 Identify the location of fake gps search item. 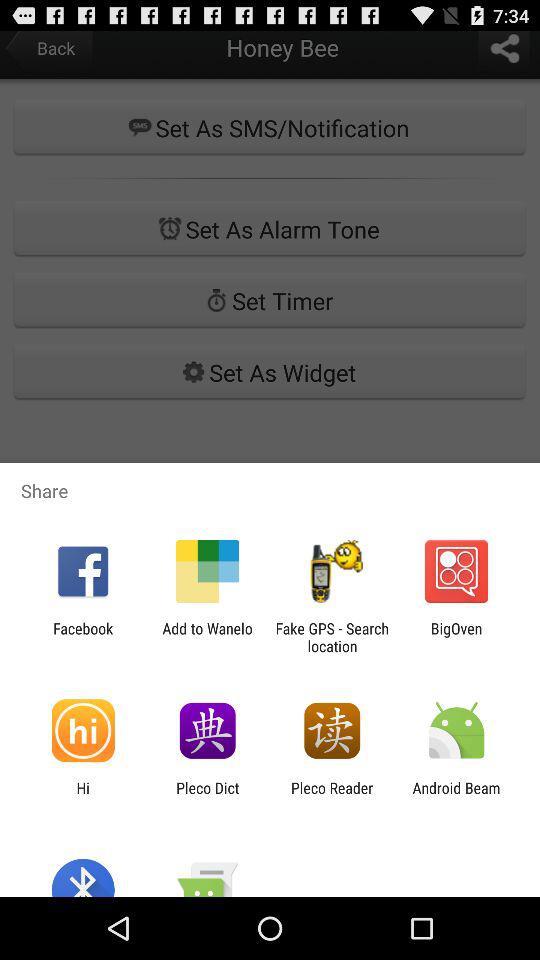
(332, 636).